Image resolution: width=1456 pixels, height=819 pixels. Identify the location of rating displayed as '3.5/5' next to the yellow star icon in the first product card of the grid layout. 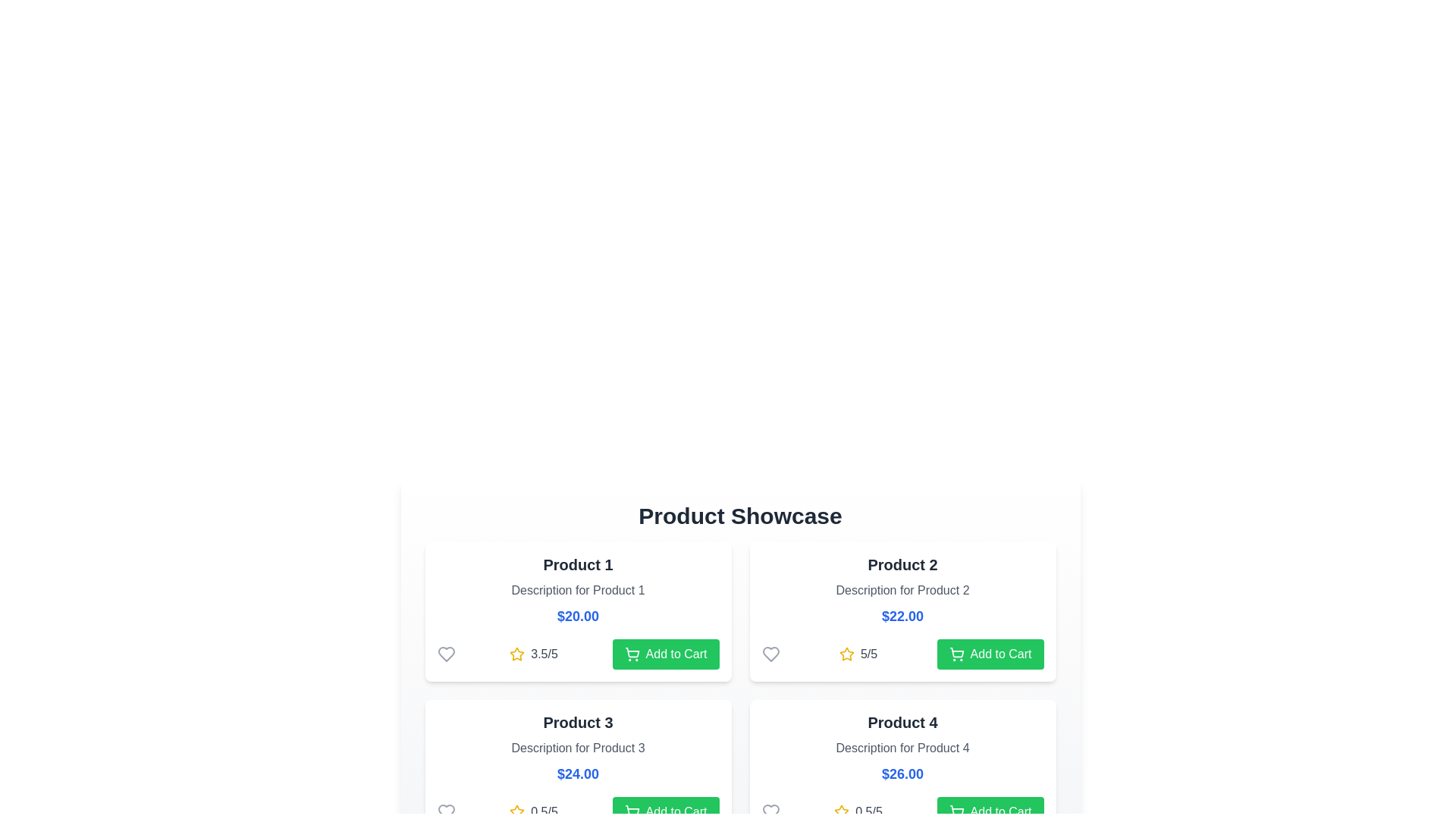
(544, 654).